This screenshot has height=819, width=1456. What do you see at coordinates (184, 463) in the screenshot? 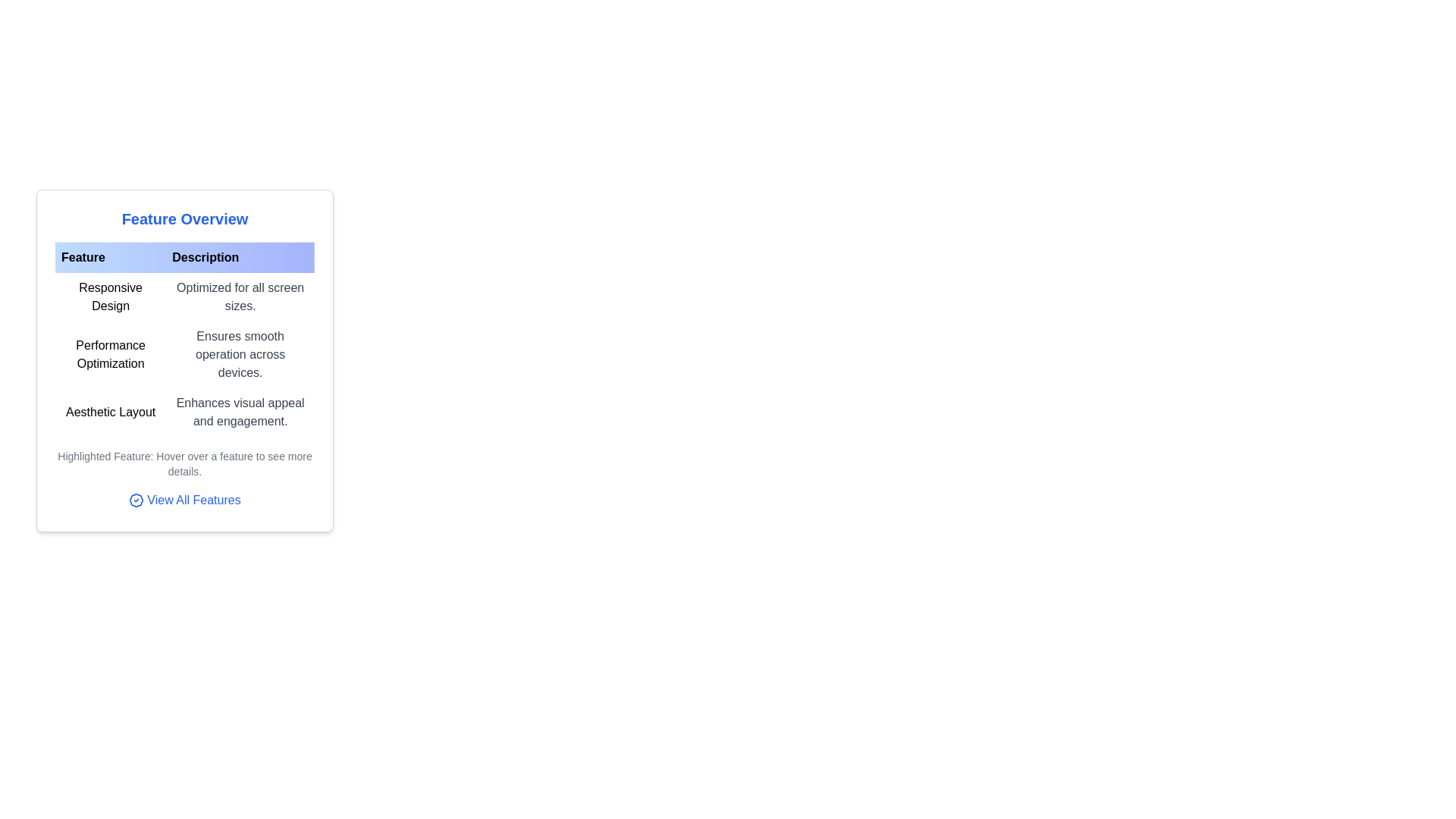
I see `text of the text label that says 'Highlighted Feature: Hover over a feature to see more details.' This label is styled in small gray font and is located just above the link to view more details` at bounding box center [184, 463].